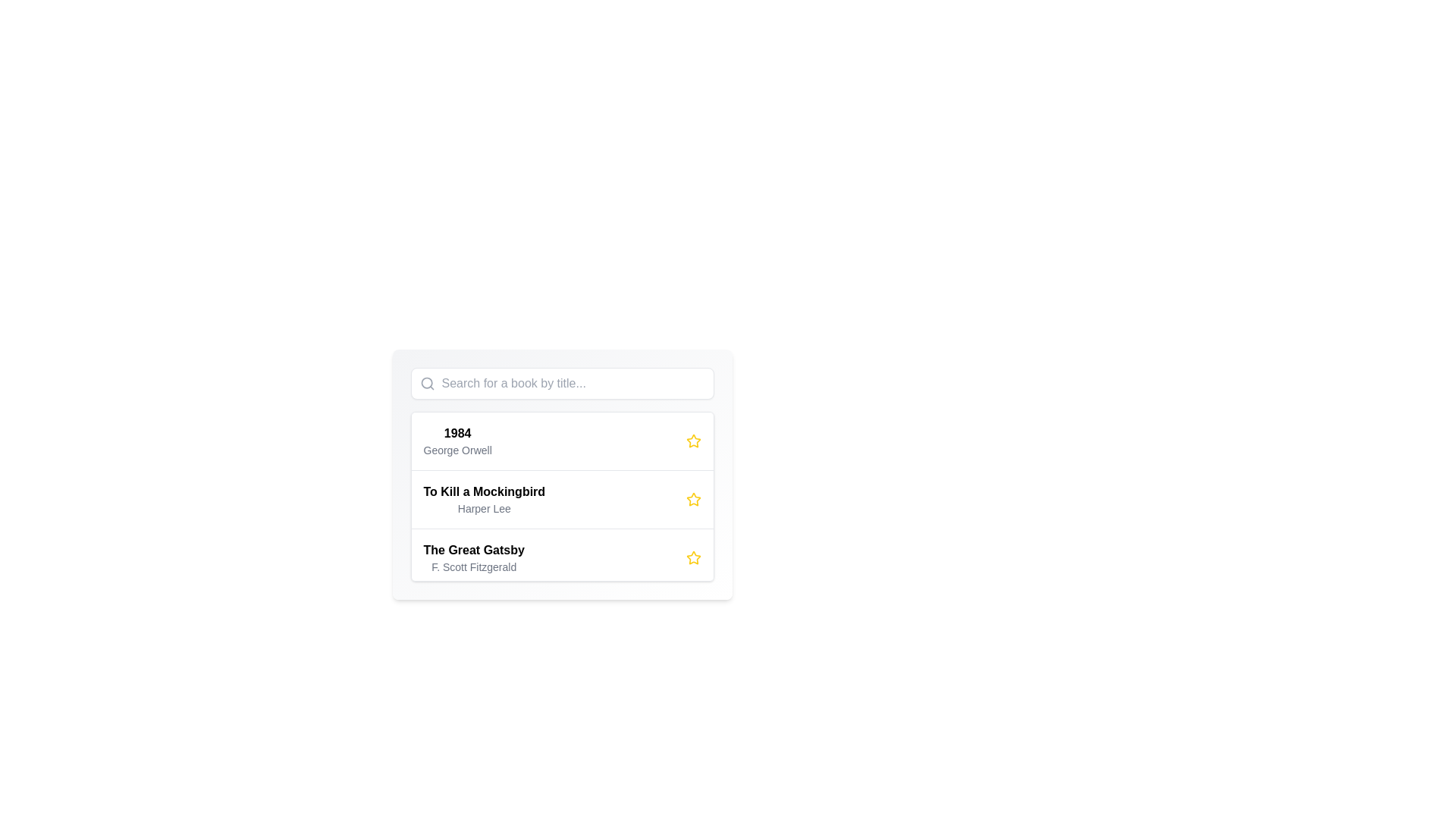  What do you see at coordinates (483, 509) in the screenshot?
I see `the text display element showing the name 'Harper Lee', which is styled in a smaller font size and grey color, positioned below the title 'To Kill a Mockingbird' within the book list` at bounding box center [483, 509].